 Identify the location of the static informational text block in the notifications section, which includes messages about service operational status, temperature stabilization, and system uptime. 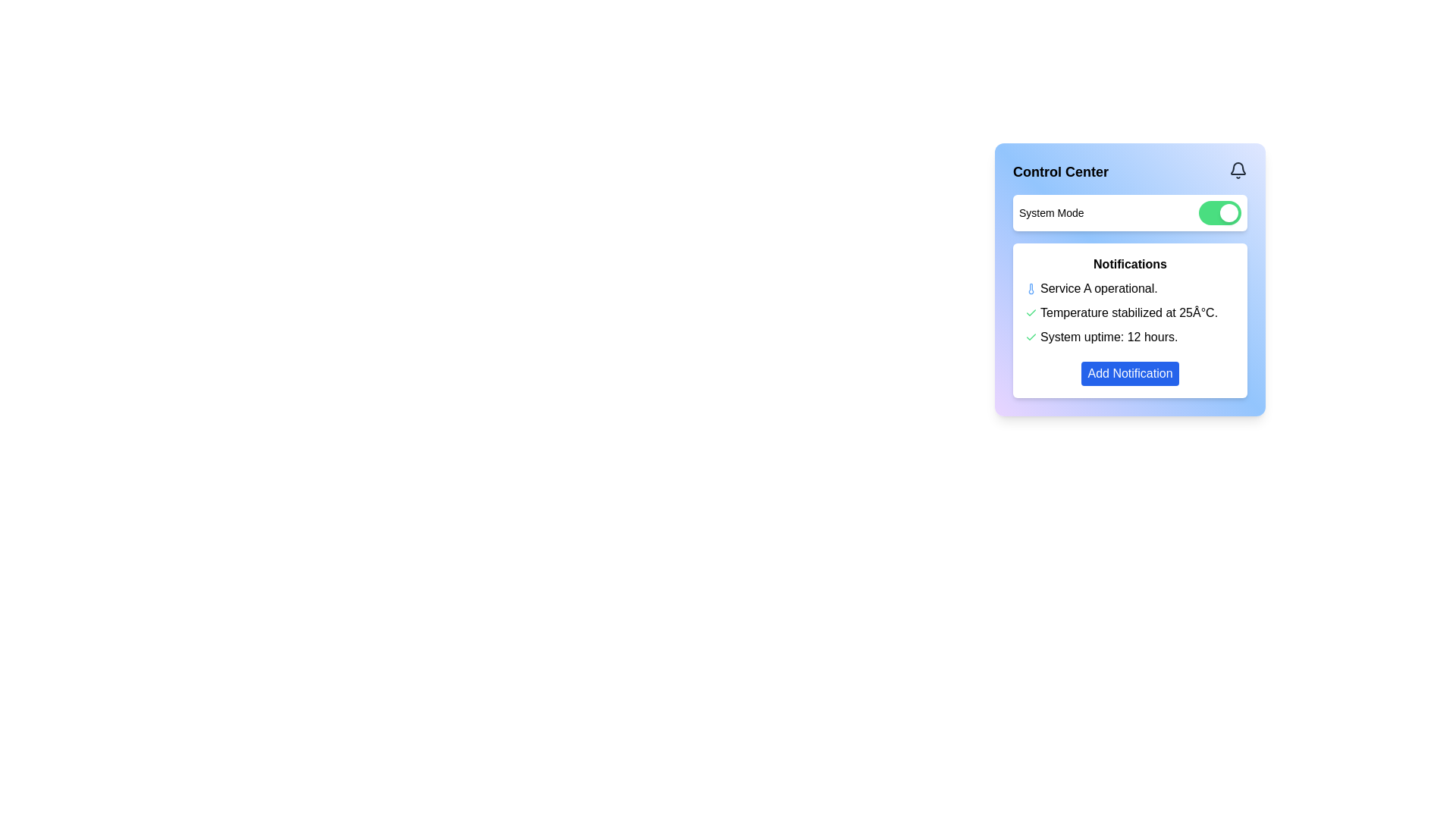
(1130, 312).